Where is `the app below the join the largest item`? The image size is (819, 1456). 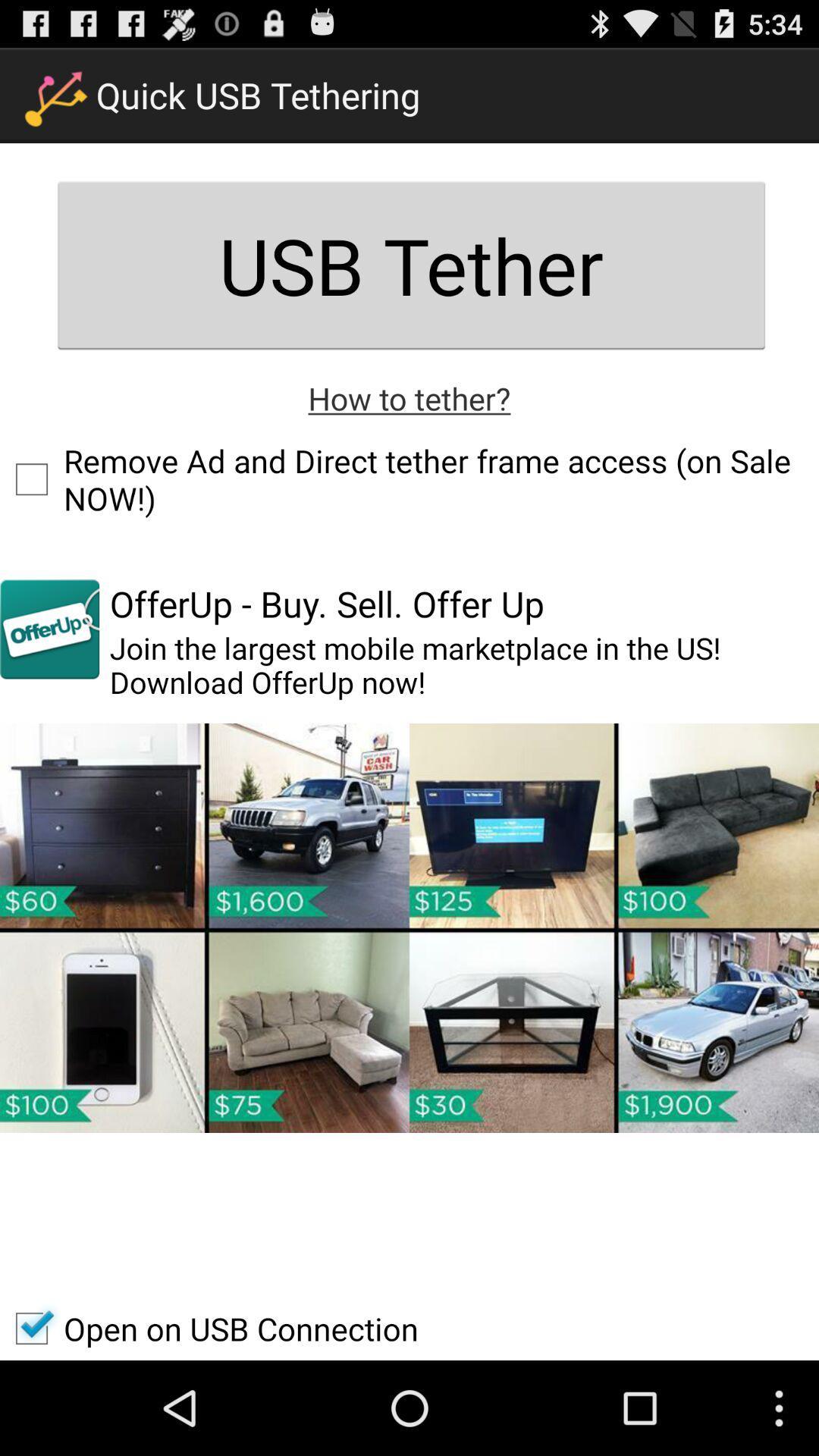 the app below the join the largest item is located at coordinates (409, 927).